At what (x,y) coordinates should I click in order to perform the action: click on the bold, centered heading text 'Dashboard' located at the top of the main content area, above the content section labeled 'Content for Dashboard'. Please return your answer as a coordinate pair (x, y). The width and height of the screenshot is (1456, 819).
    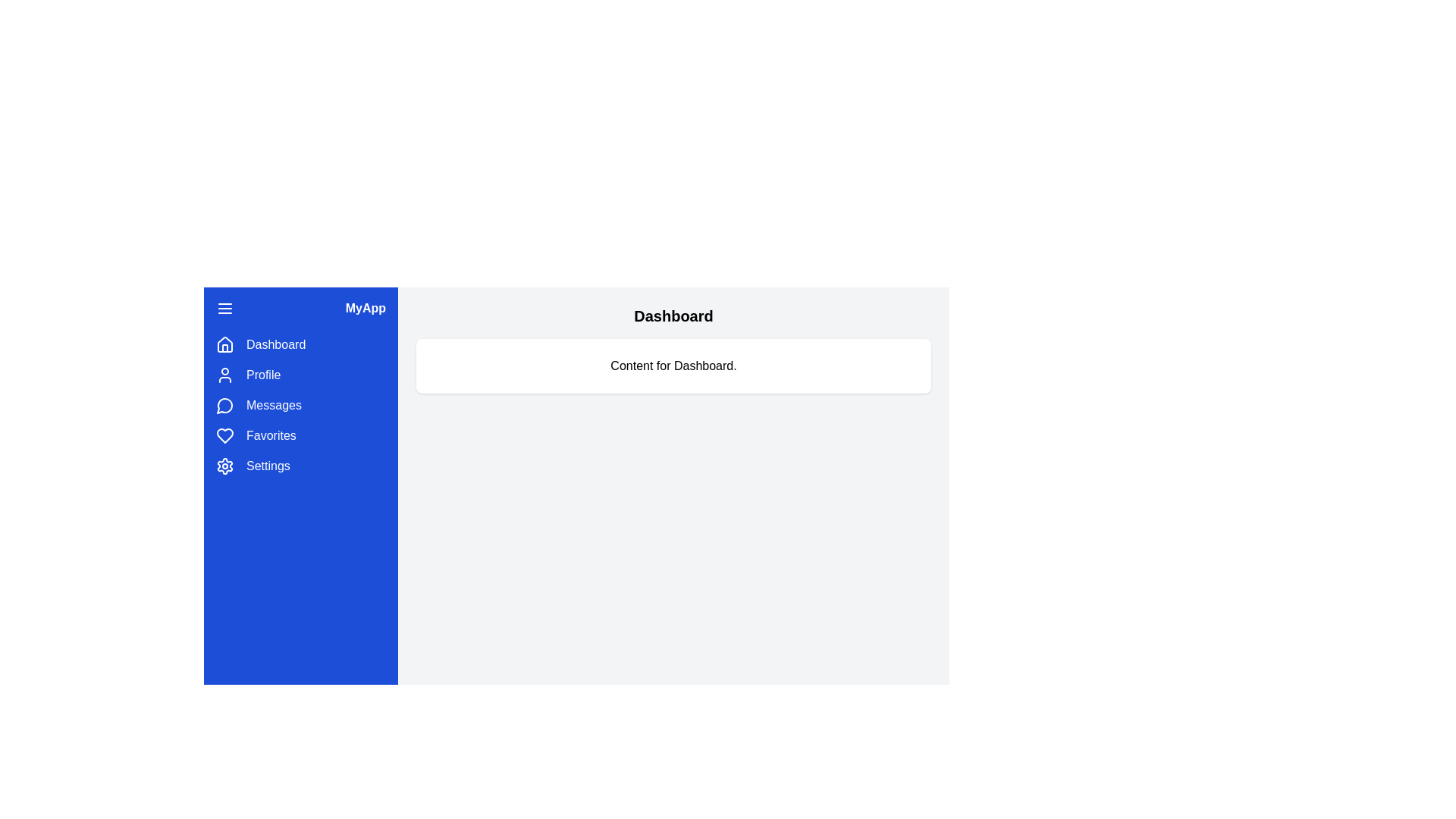
    Looking at the image, I should click on (673, 315).